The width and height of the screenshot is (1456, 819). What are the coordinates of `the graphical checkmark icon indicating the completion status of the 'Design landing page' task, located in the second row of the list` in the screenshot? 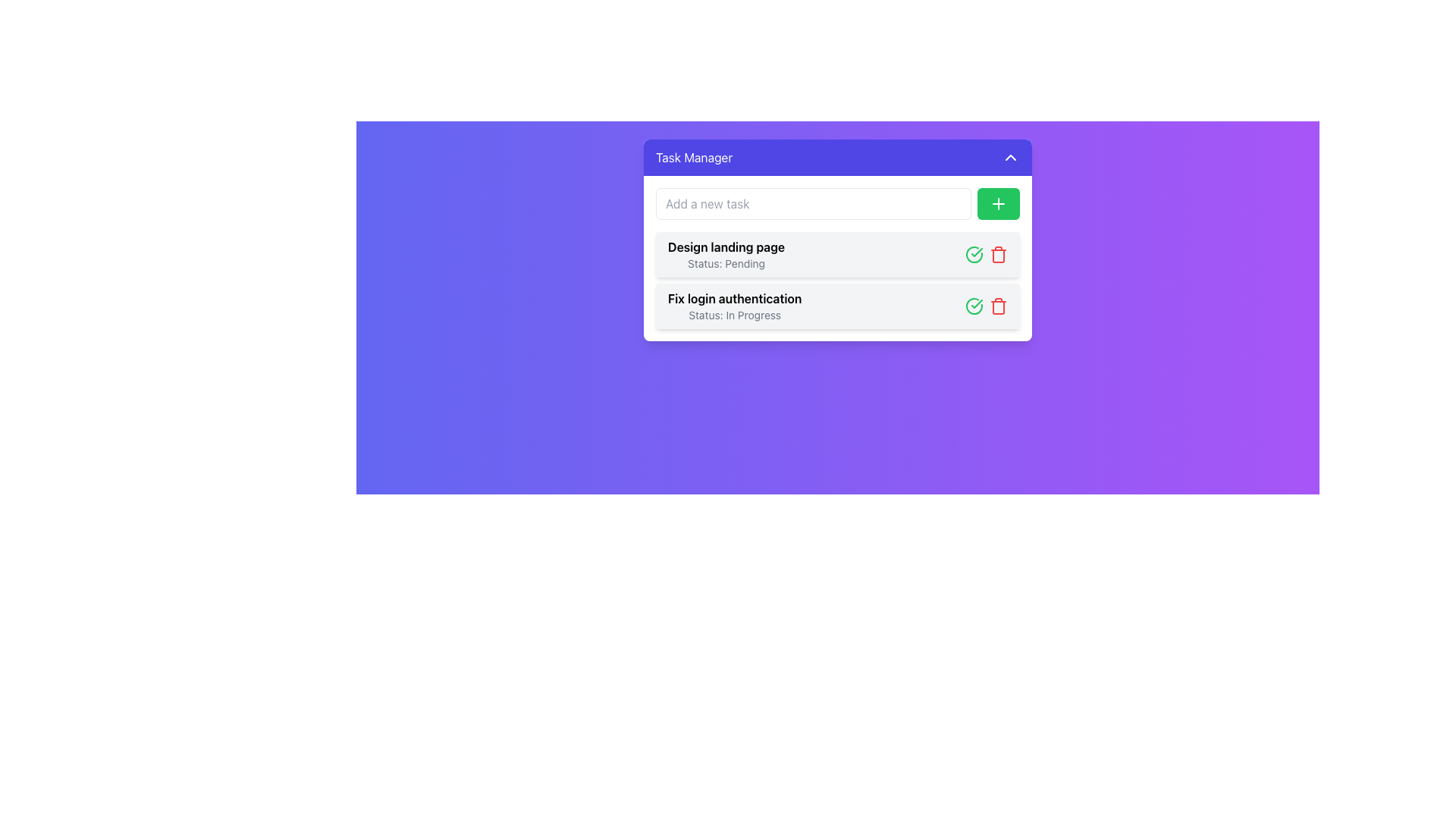 It's located at (977, 304).